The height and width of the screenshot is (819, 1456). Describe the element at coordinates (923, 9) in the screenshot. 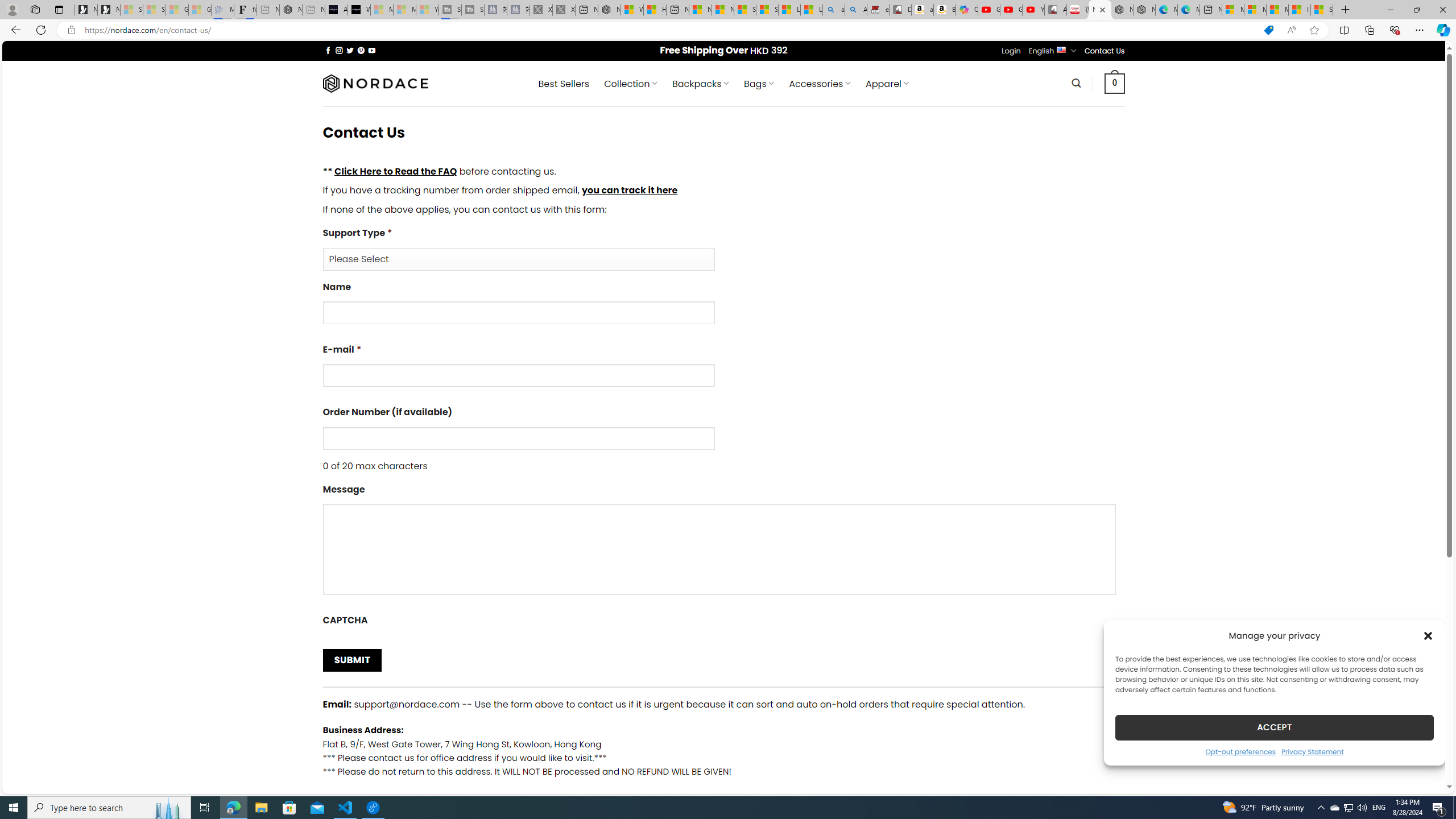

I see `'amazon.in/dp/B0CX59H5W7/?tag=gsmcom05-21'` at that location.